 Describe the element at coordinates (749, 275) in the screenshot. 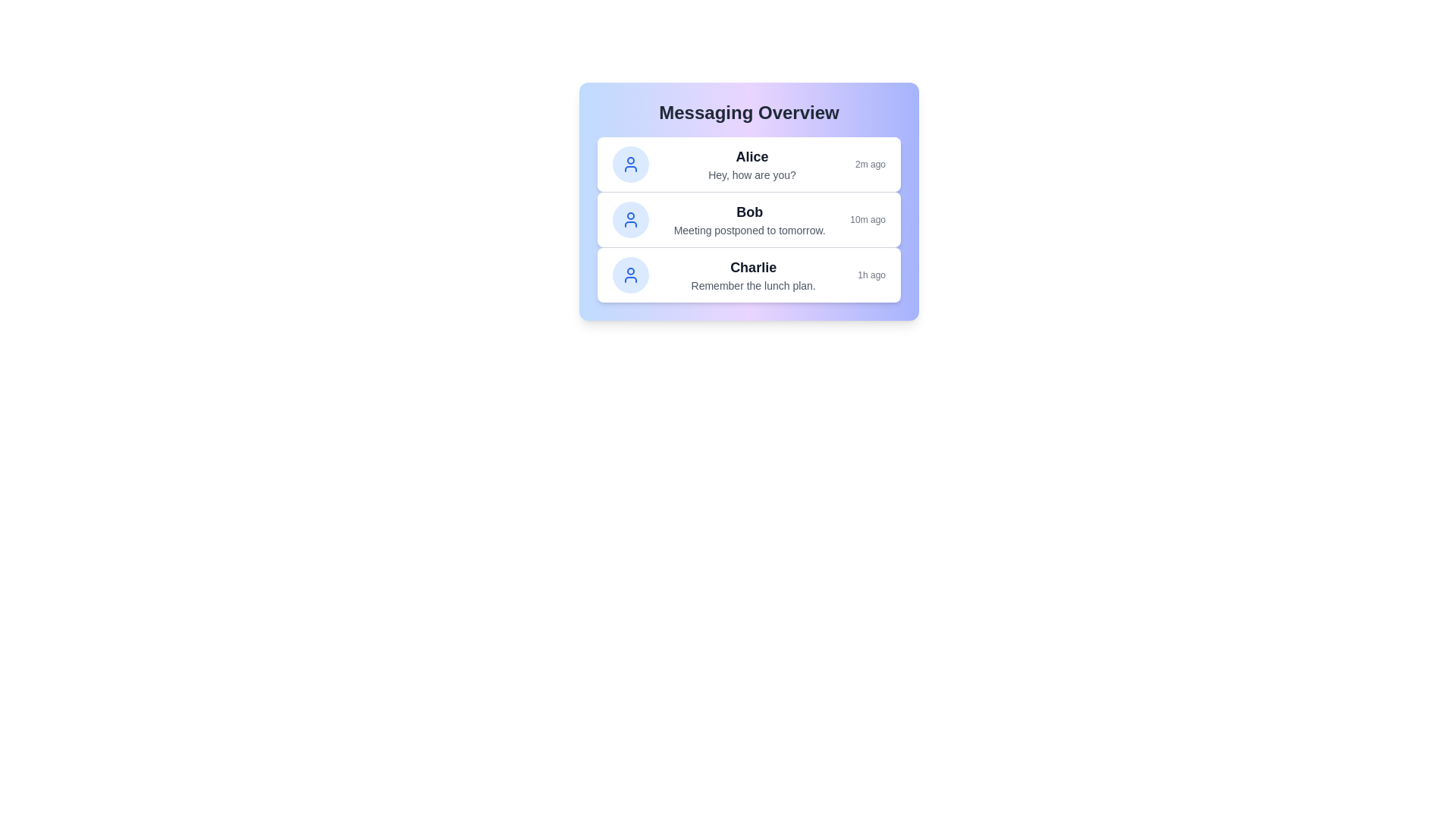

I see `the message from Charlie to view details` at that location.